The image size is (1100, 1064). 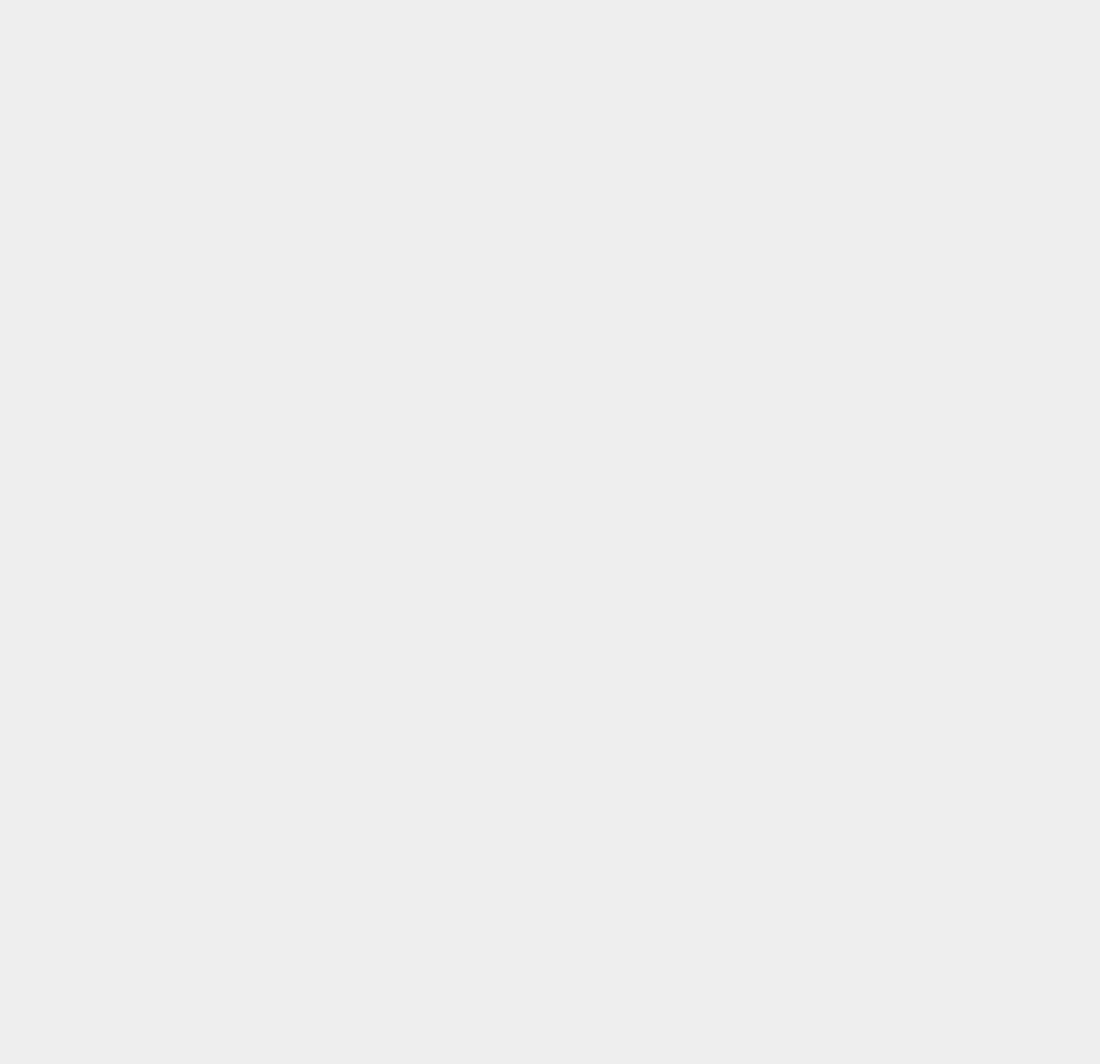 I want to click on 'Meizu', so click(x=796, y=73).